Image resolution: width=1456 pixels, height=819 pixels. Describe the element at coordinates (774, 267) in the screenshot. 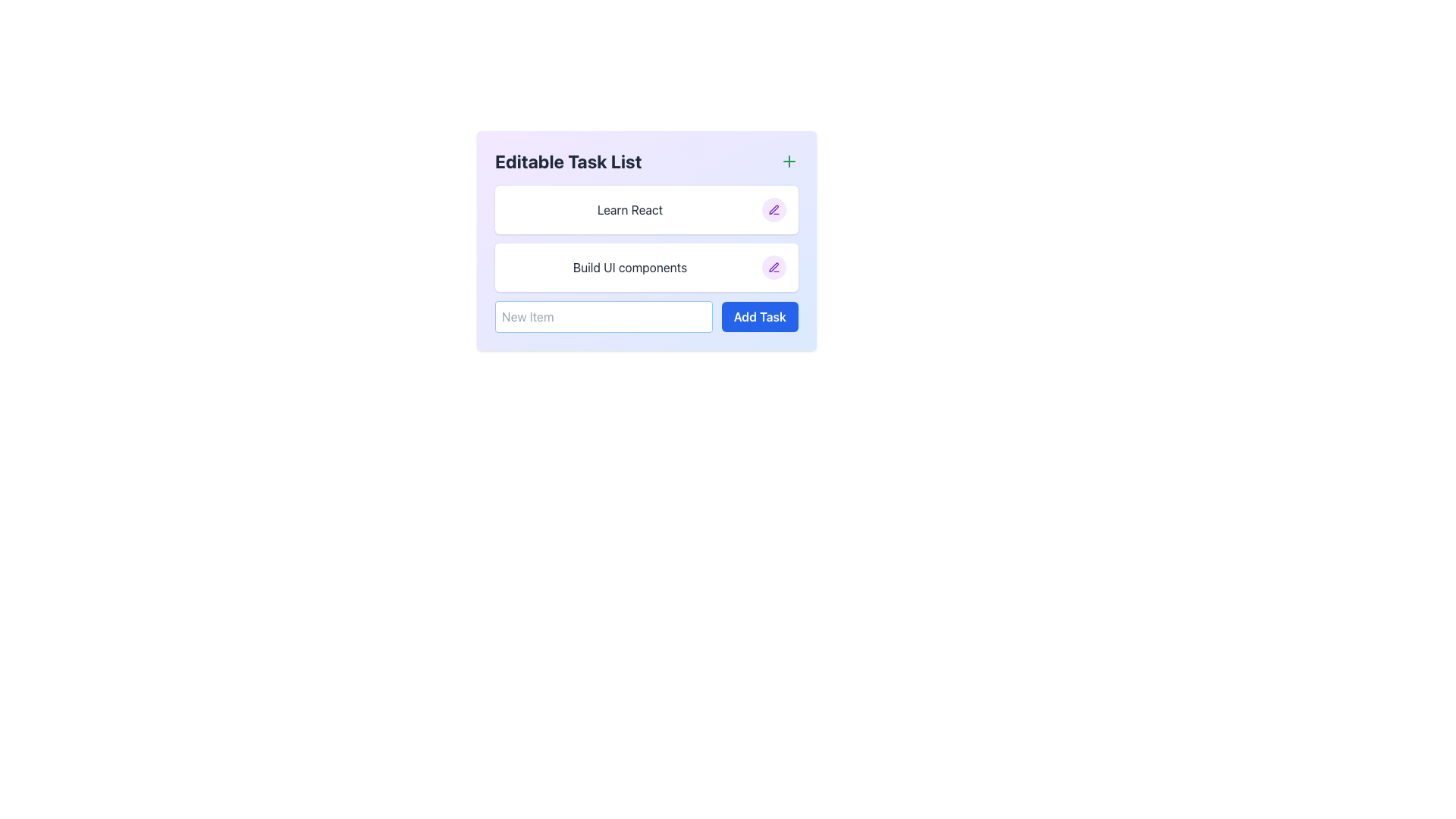

I see `the edit button for the 'Build UI components' task` at that location.